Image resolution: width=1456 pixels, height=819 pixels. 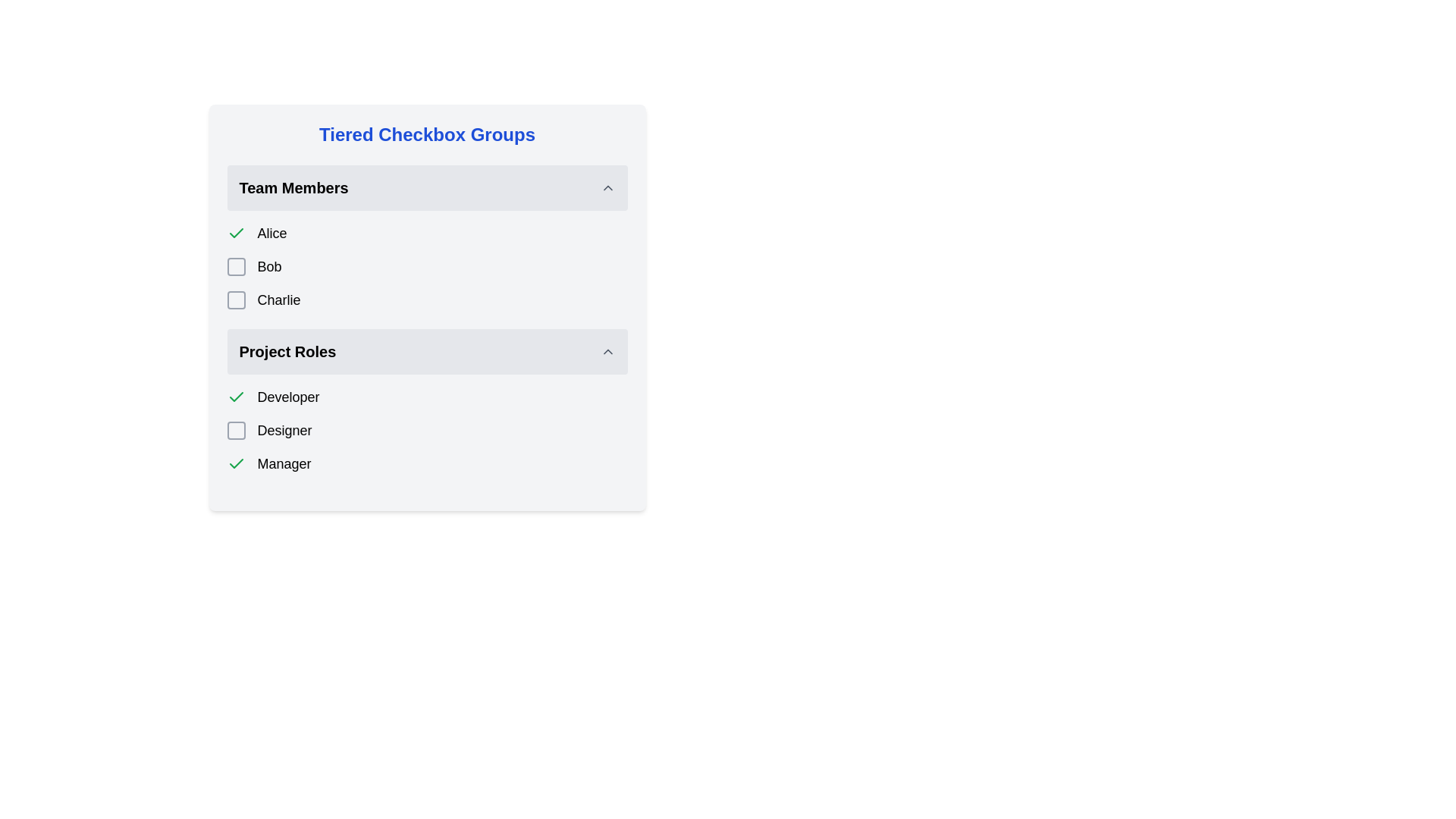 What do you see at coordinates (426, 265) in the screenshot?
I see `the checkbox next to a team member's name in the 'Team Members' checkbox group` at bounding box center [426, 265].